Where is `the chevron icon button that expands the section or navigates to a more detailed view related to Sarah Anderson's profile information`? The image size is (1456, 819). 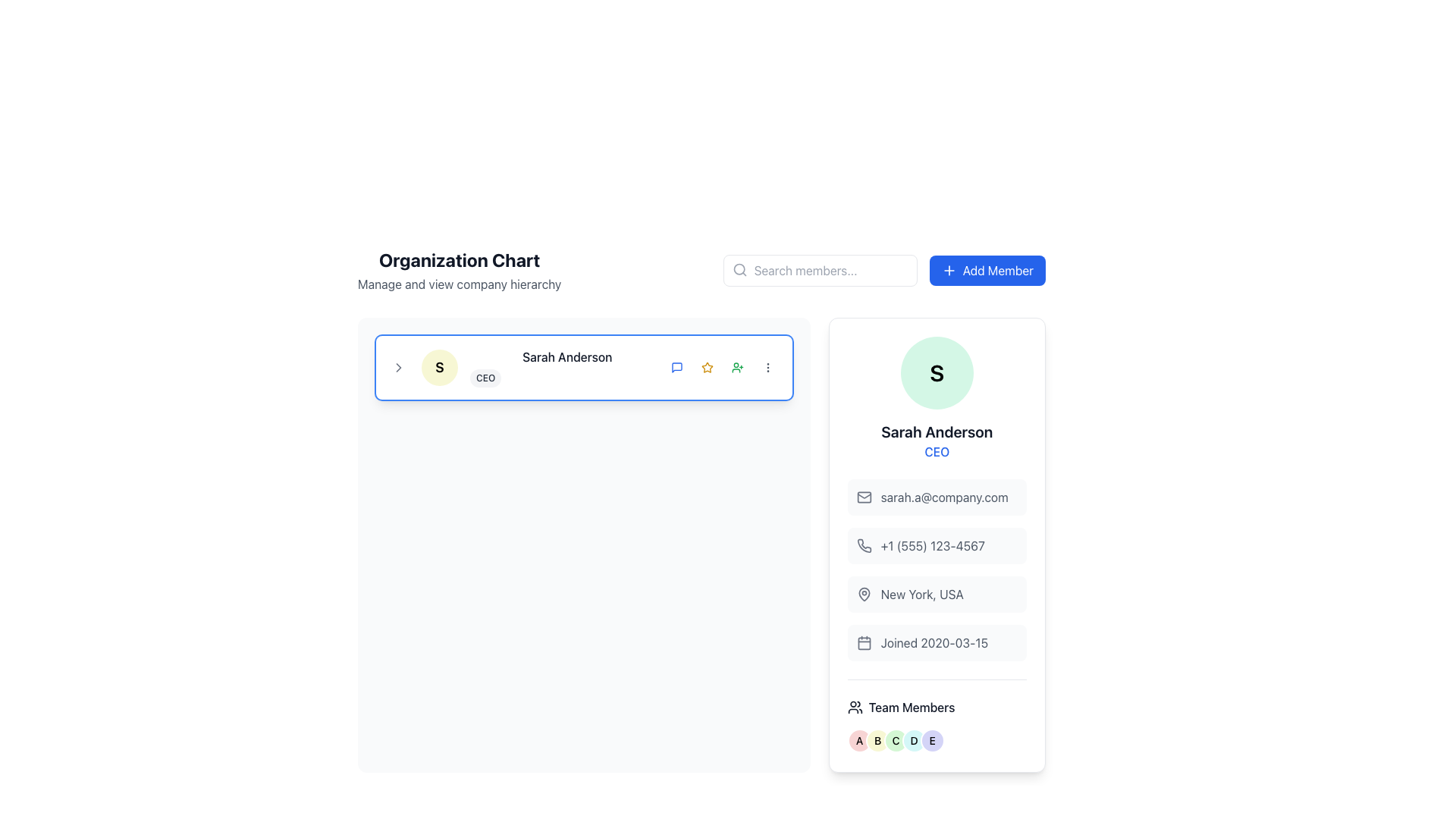
the chevron icon button that expands the section or navigates to a more detailed view related to Sarah Anderson's profile information is located at coordinates (399, 368).